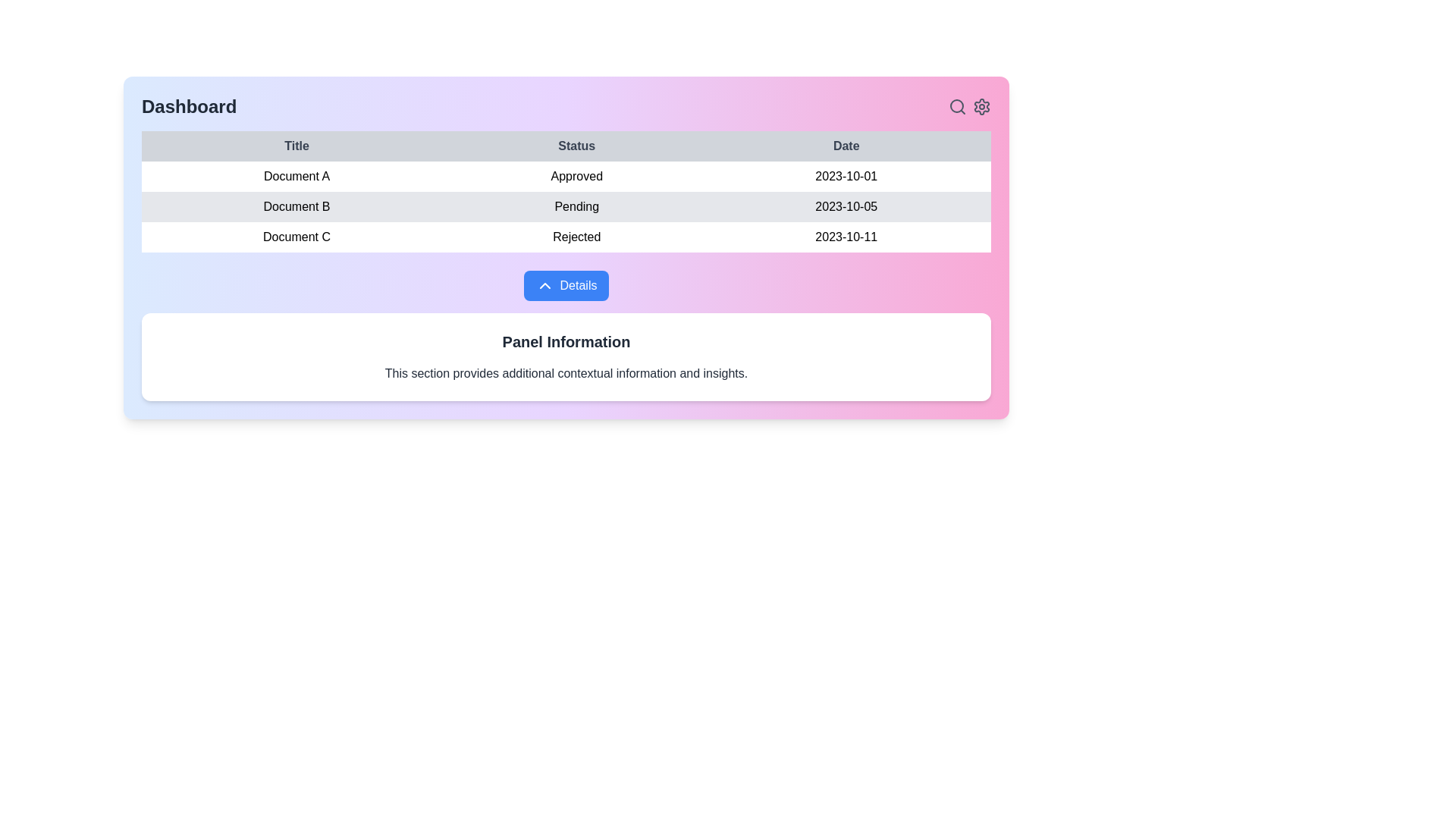  What do you see at coordinates (576, 146) in the screenshot?
I see `the 'Status' column header, which is the second column header in a horizontal table layout, centrally positioned among the headers 'Title', 'Status', and 'Date'` at bounding box center [576, 146].